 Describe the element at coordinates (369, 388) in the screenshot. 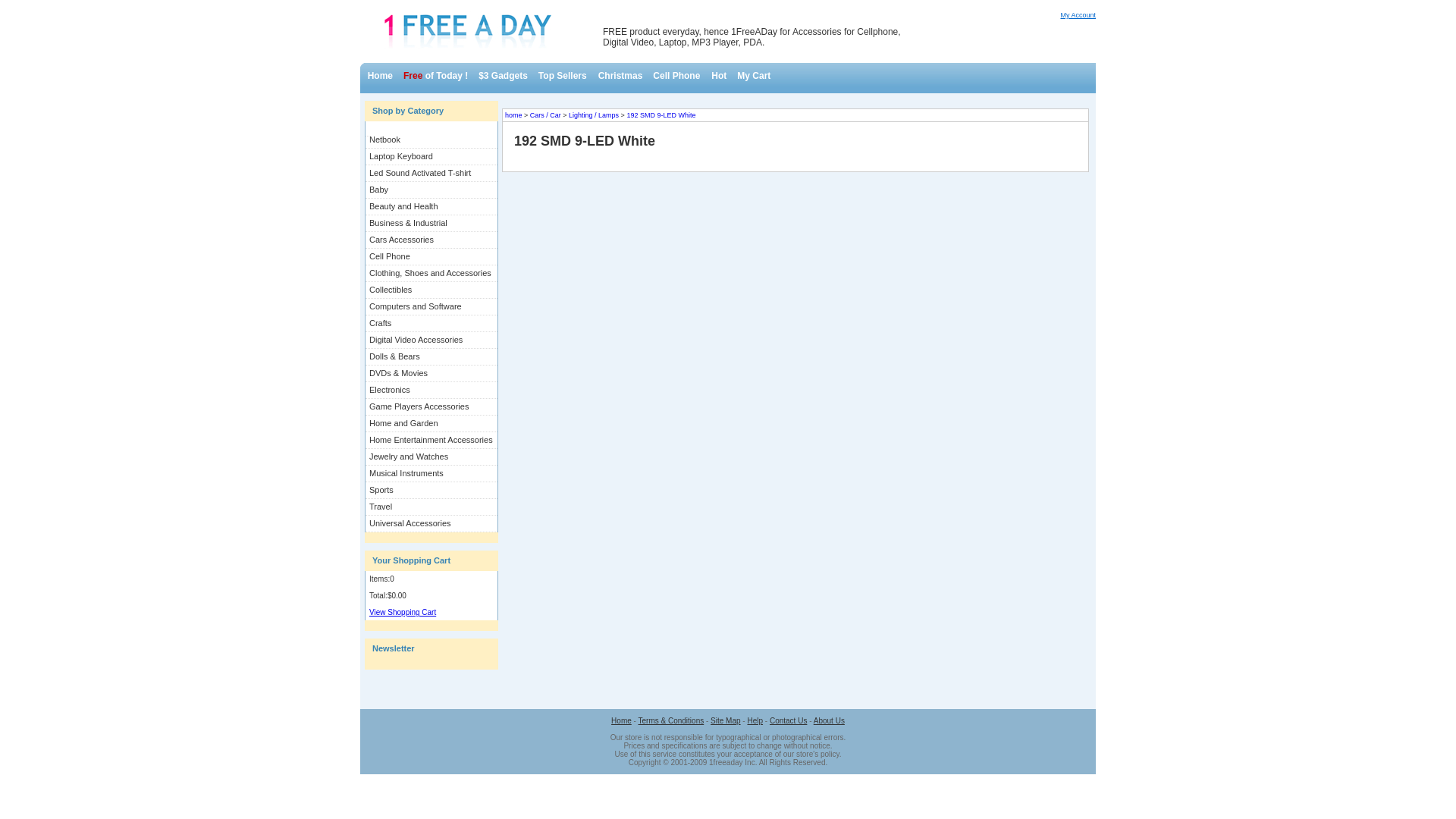

I see `'Electronics'` at that location.